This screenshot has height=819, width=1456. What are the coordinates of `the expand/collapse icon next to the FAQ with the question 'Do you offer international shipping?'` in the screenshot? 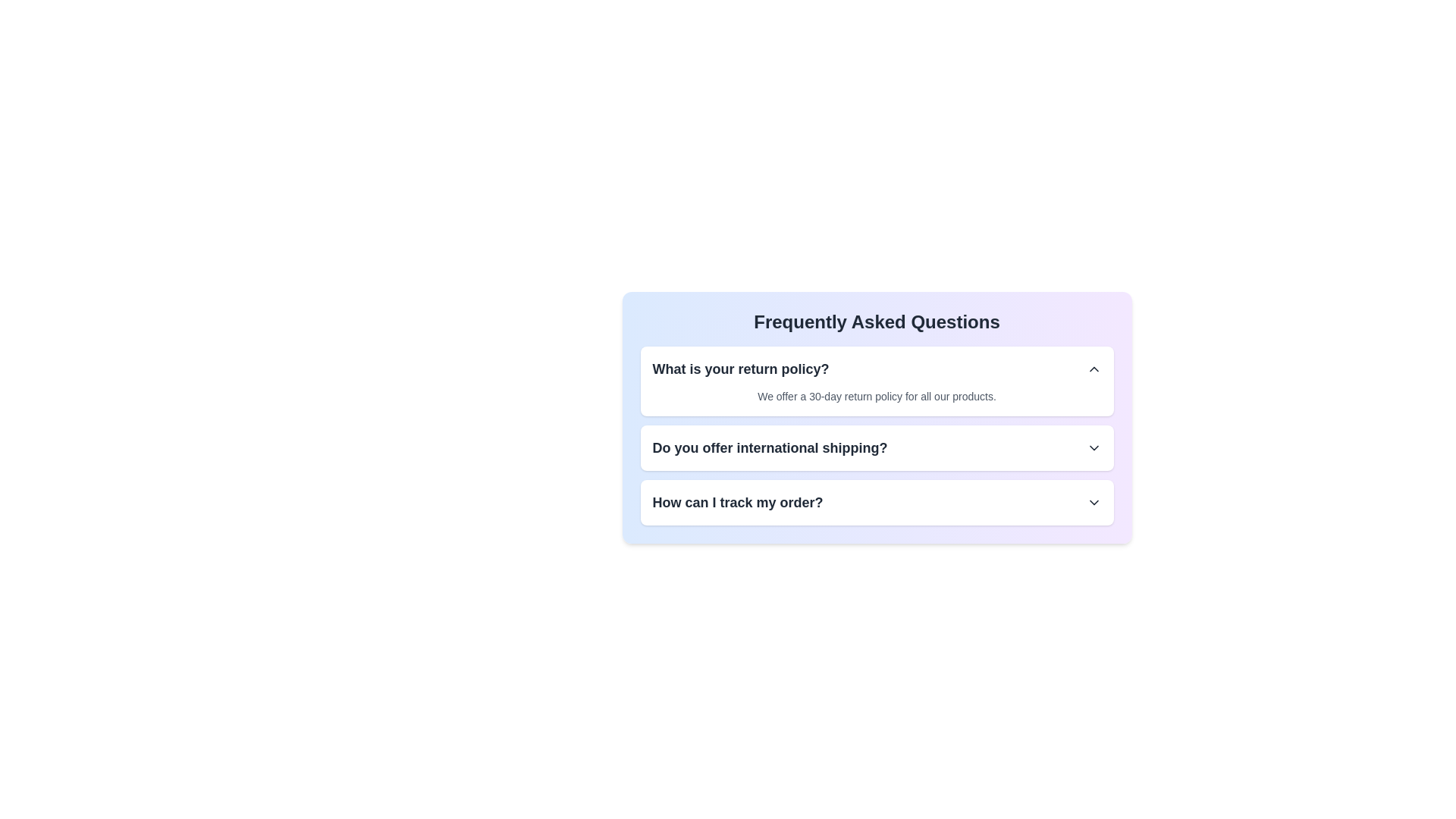 It's located at (1094, 447).